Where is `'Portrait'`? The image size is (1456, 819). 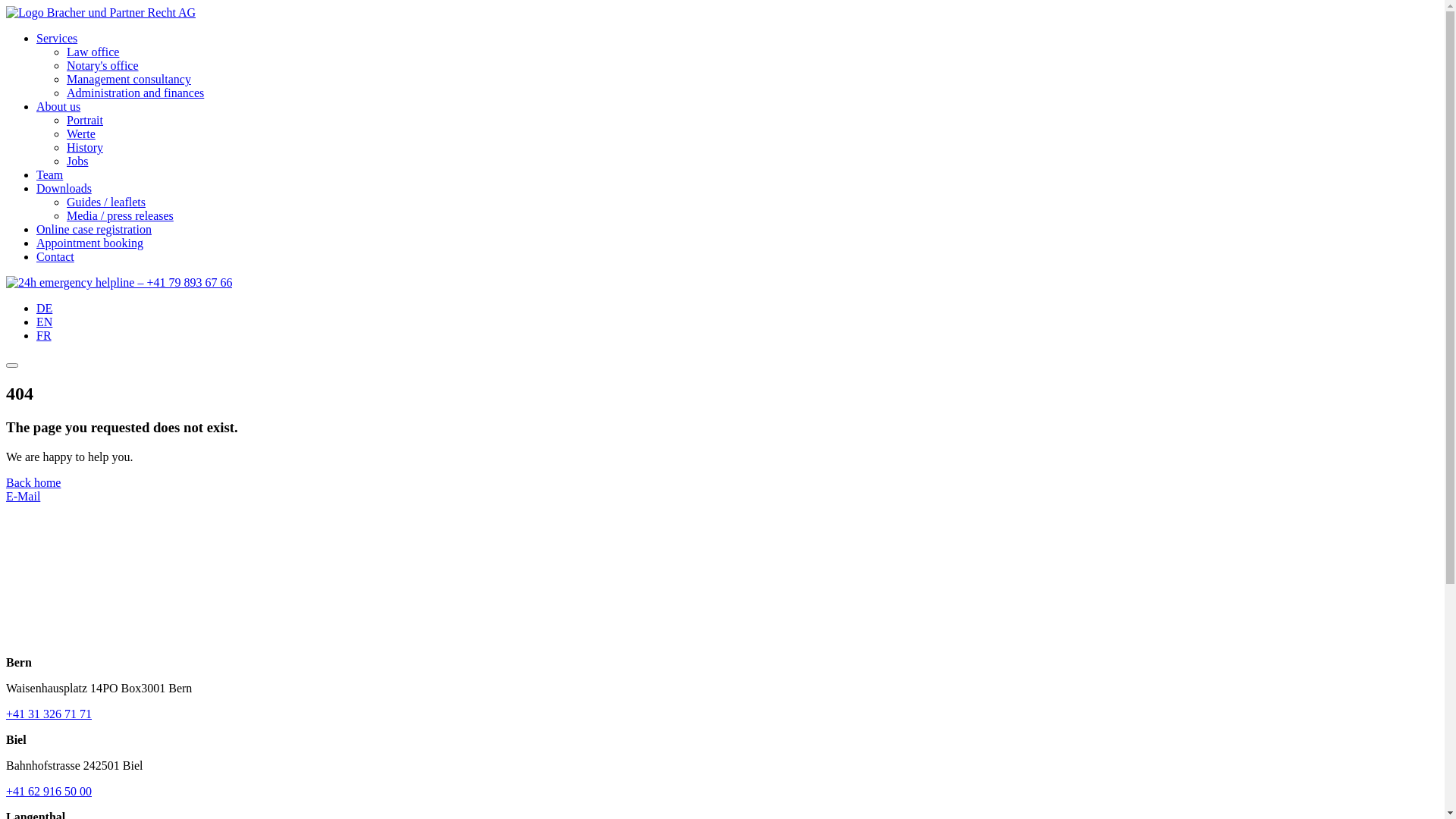
'Portrait' is located at coordinates (83, 119).